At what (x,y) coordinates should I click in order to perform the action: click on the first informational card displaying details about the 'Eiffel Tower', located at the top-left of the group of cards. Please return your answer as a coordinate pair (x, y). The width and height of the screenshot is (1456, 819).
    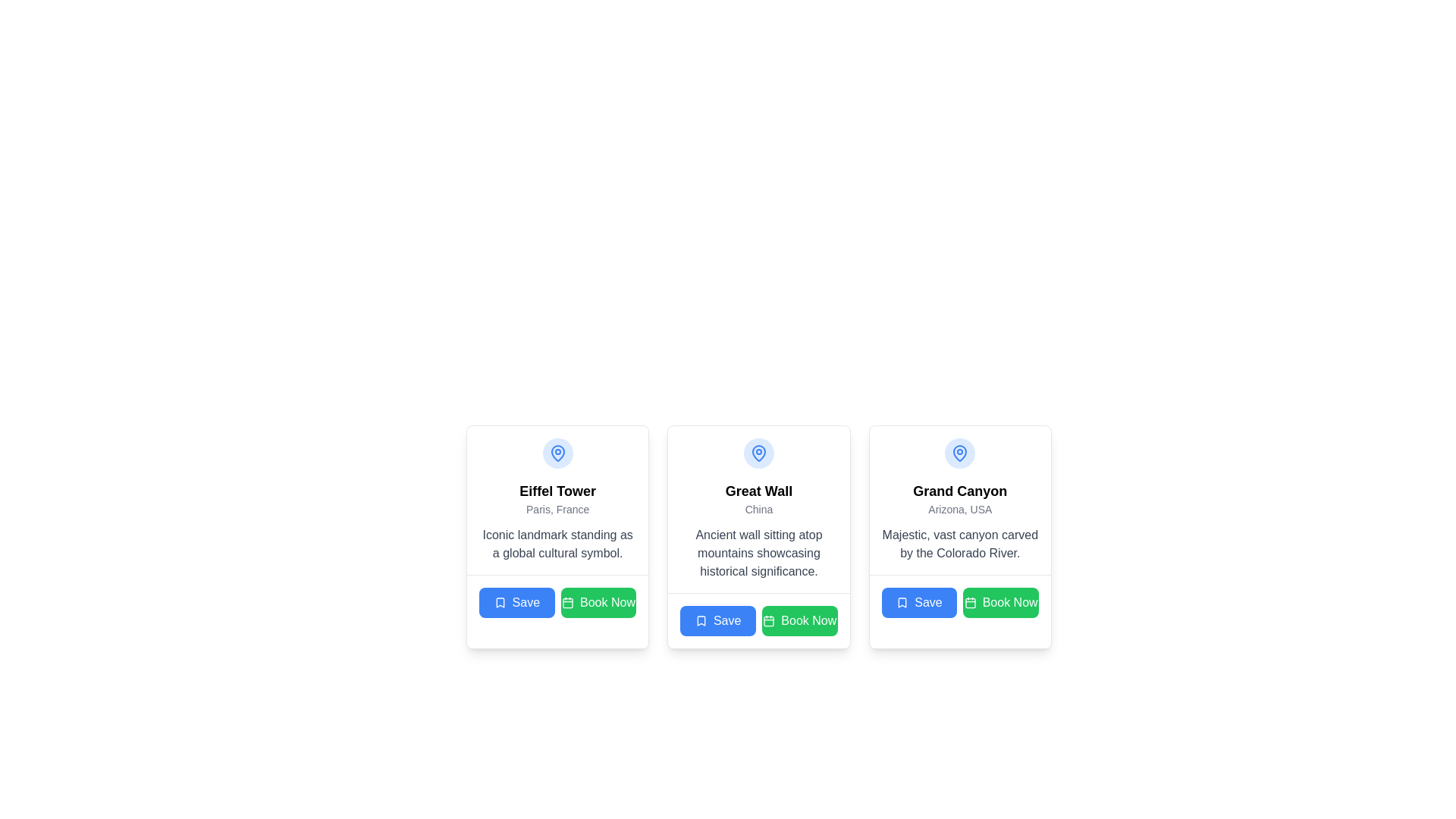
    Looking at the image, I should click on (557, 500).